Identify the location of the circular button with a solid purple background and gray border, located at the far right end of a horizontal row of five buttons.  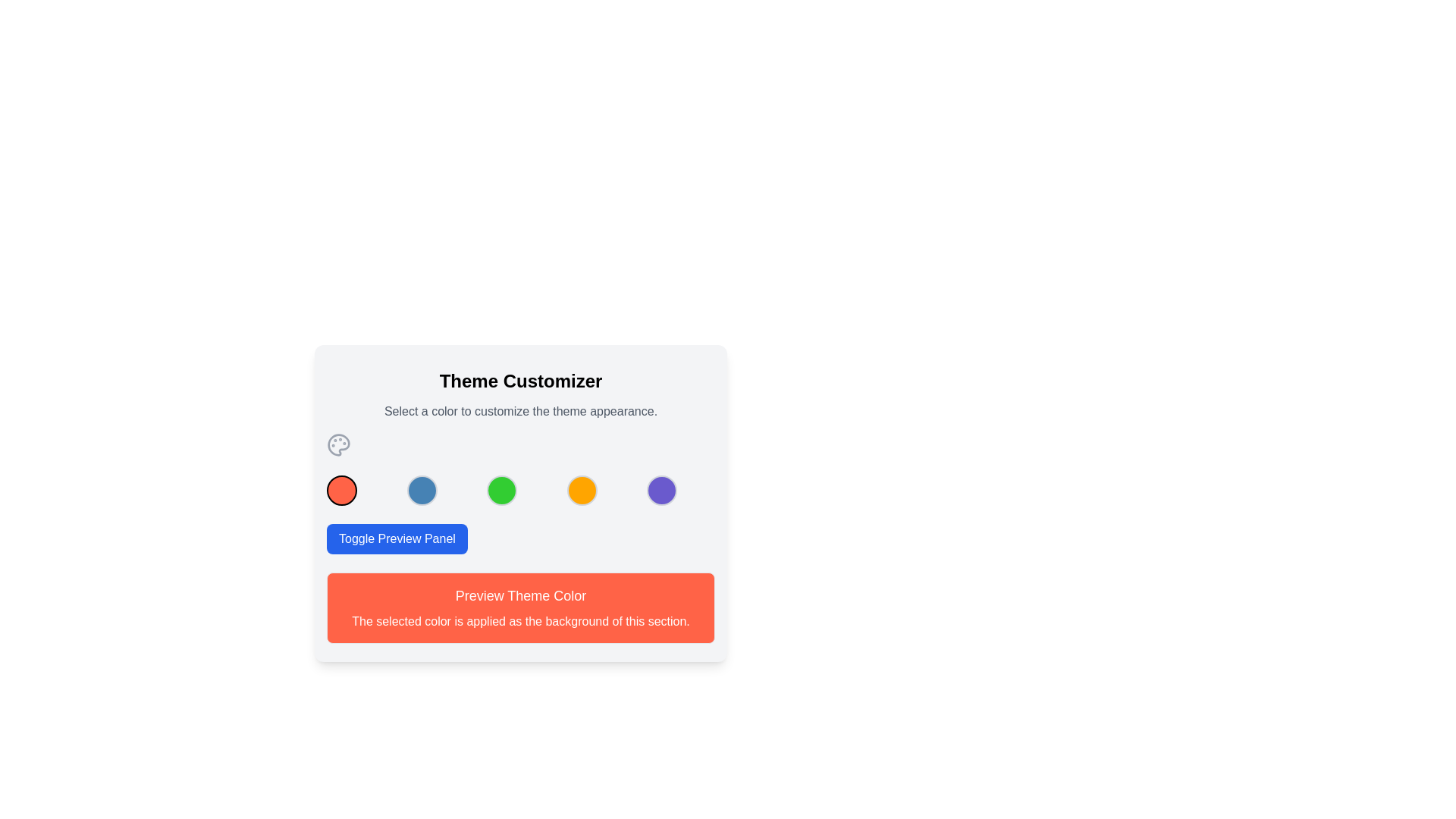
(662, 491).